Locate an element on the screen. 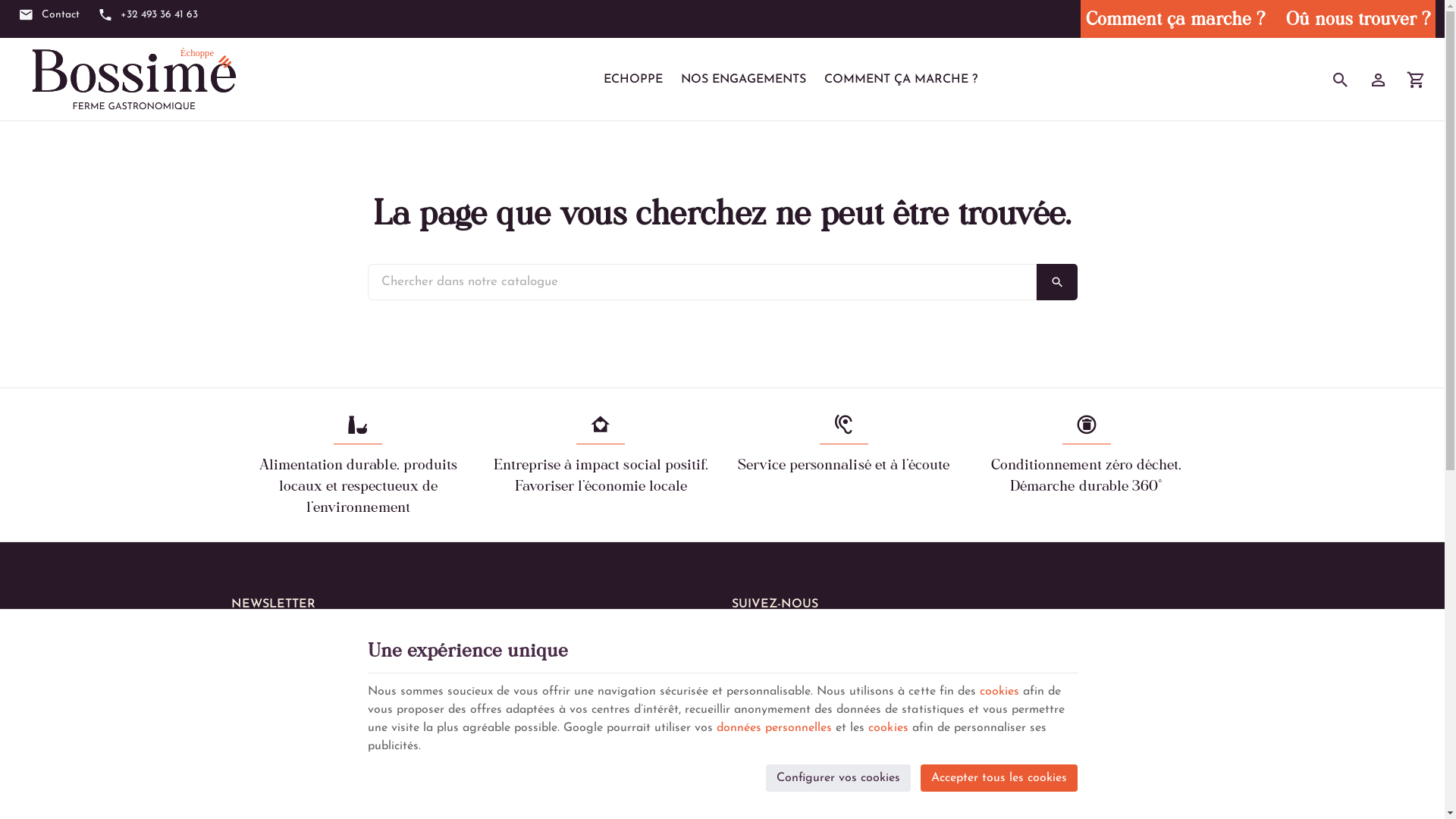  'cookies' is located at coordinates (868, 727).